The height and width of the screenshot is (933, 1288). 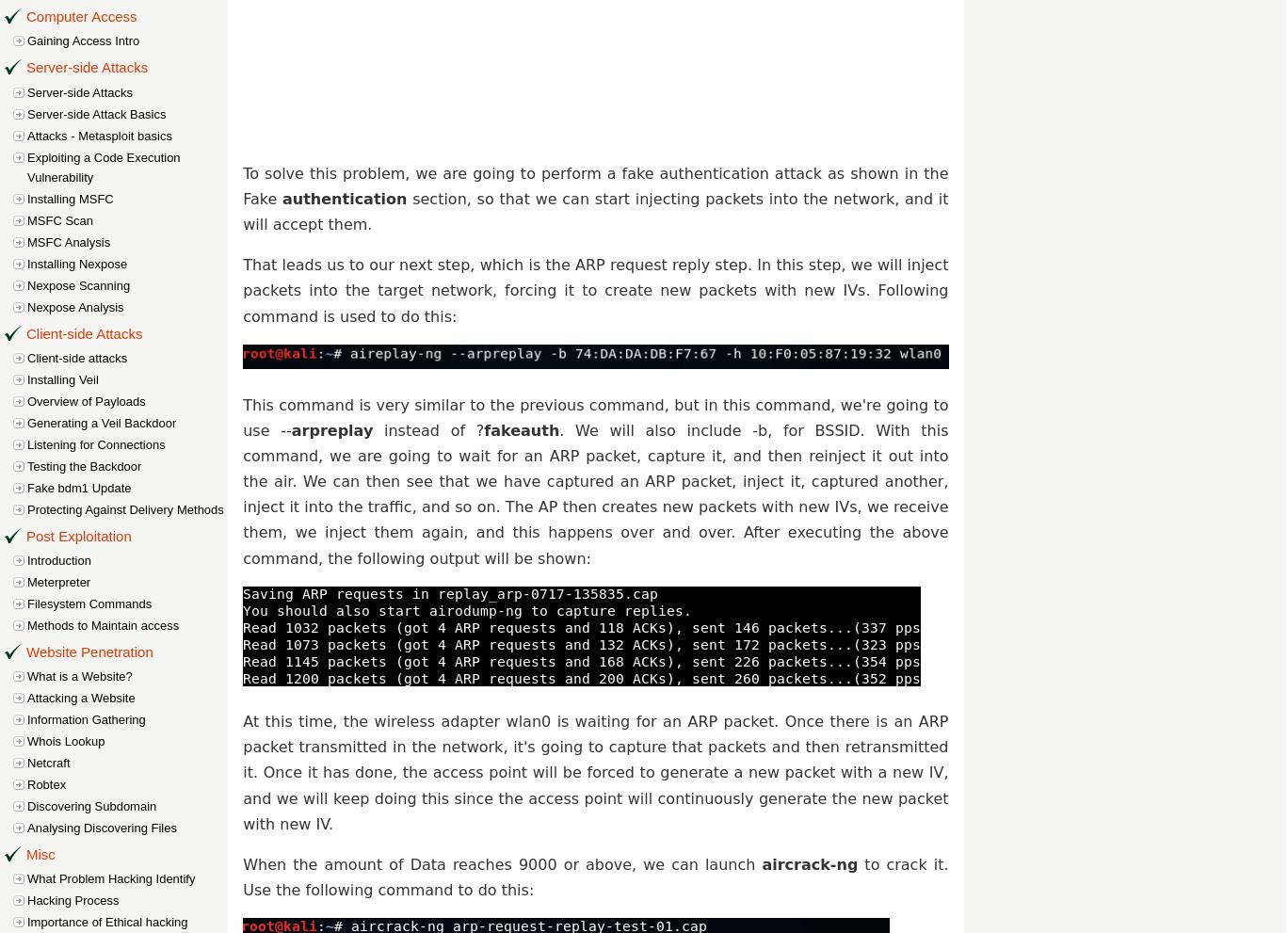 What do you see at coordinates (762, 862) in the screenshot?
I see `'aircrack-ng'` at bounding box center [762, 862].